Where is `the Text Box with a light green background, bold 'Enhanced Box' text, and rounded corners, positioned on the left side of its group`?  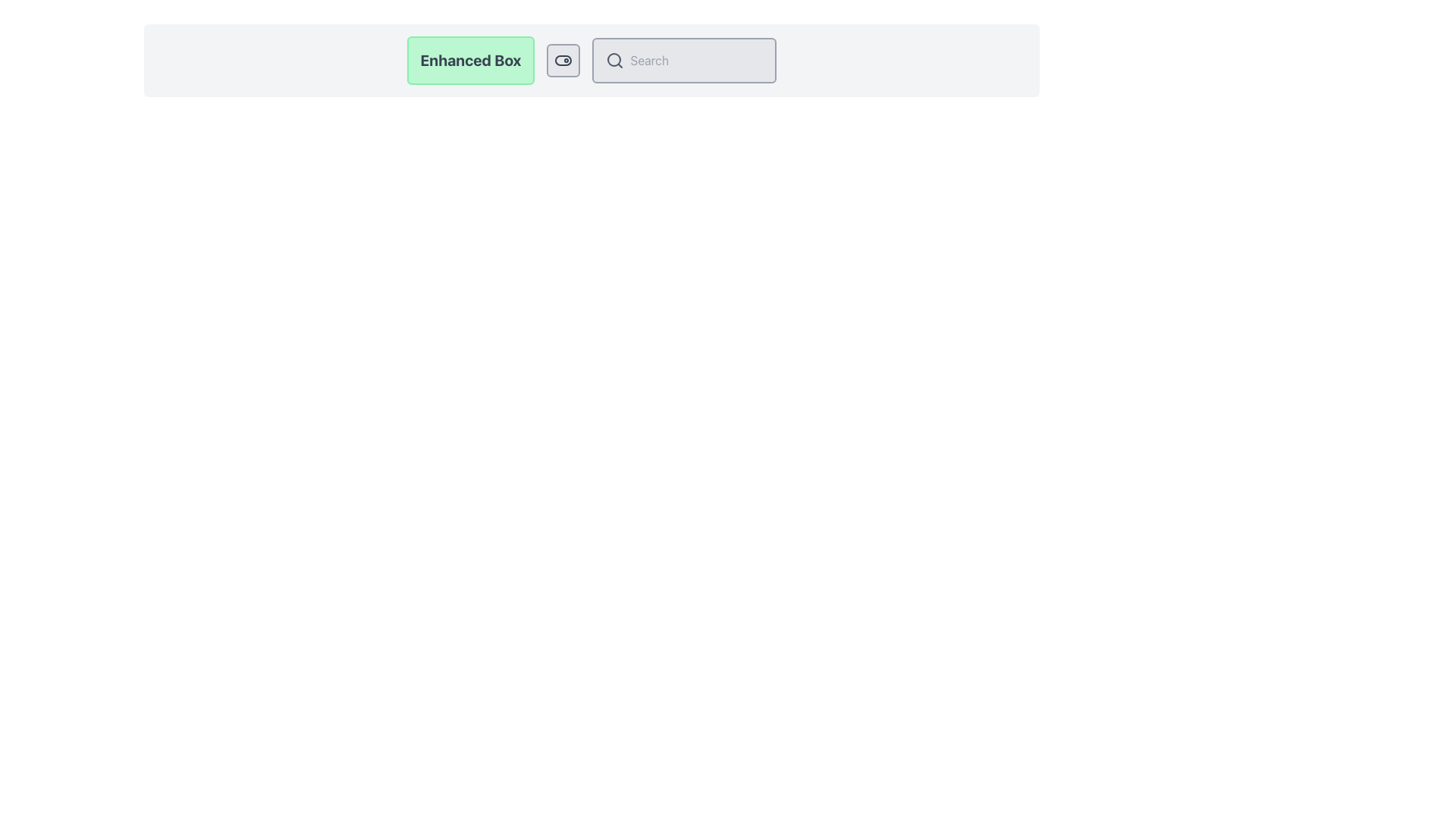
the Text Box with a light green background, bold 'Enhanced Box' text, and rounded corners, positioned on the left side of its group is located at coordinates (469, 60).